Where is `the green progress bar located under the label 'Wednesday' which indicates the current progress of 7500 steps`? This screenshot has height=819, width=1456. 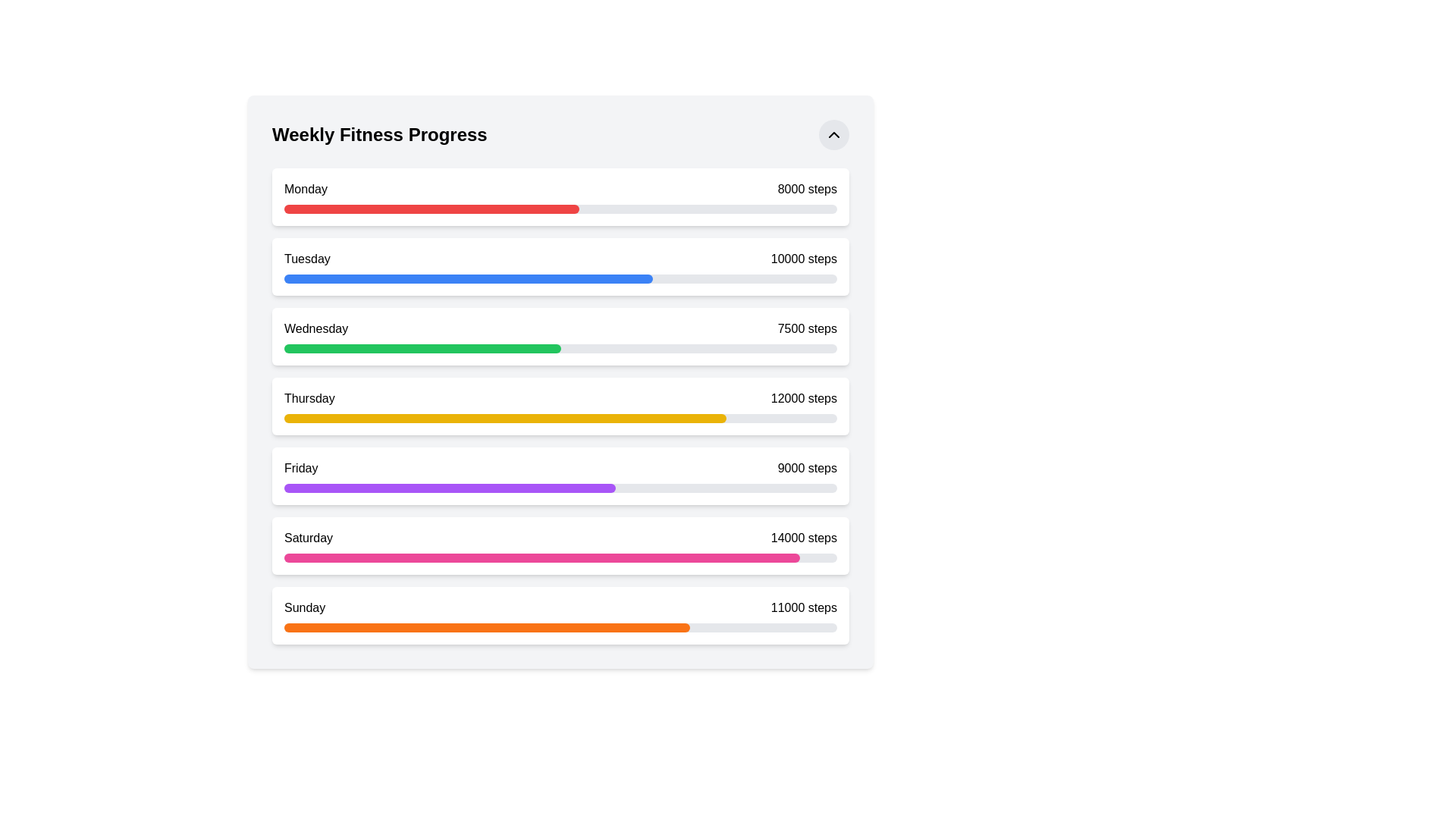 the green progress bar located under the label 'Wednesday' which indicates the current progress of 7500 steps is located at coordinates (422, 348).